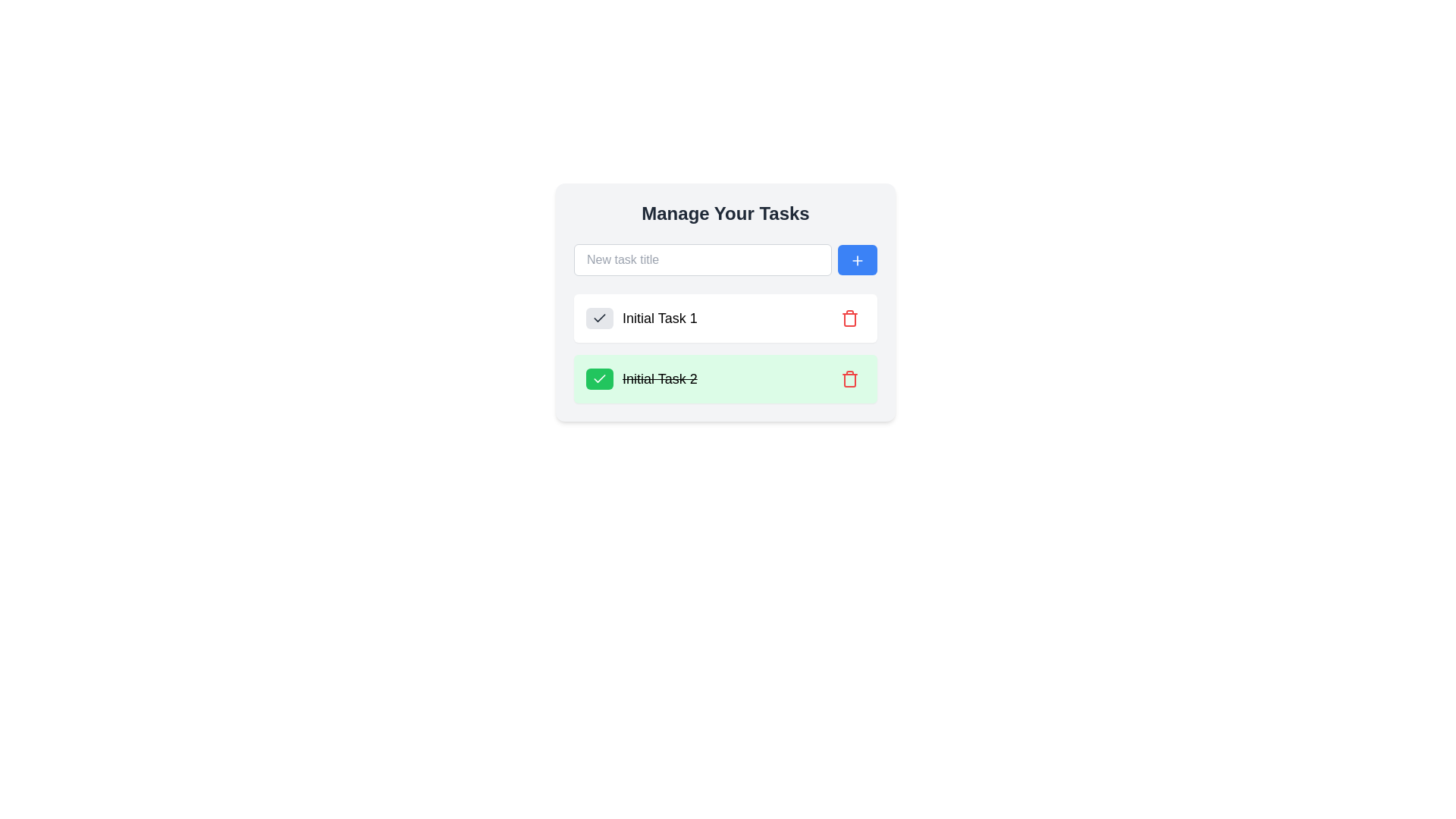 The image size is (1456, 819). I want to click on the delete button located at the far right side of the task item labeled 'Initial Task 2' in the 'Manage Your Tasks' section, so click(850, 378).